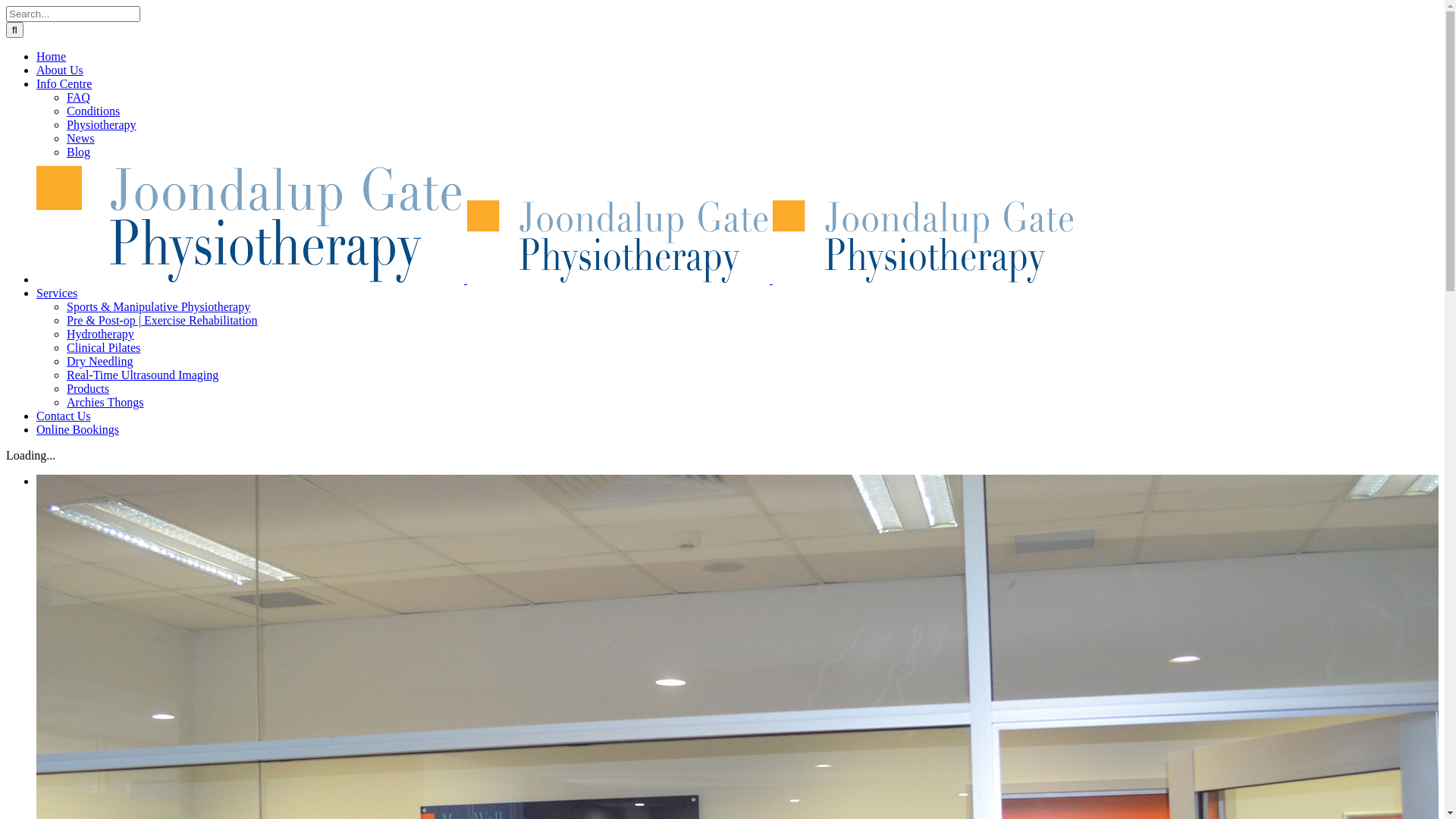 This screenshot has width=1456, height=819. I want to click on 'Clinical Pilates', so click(102, 347).